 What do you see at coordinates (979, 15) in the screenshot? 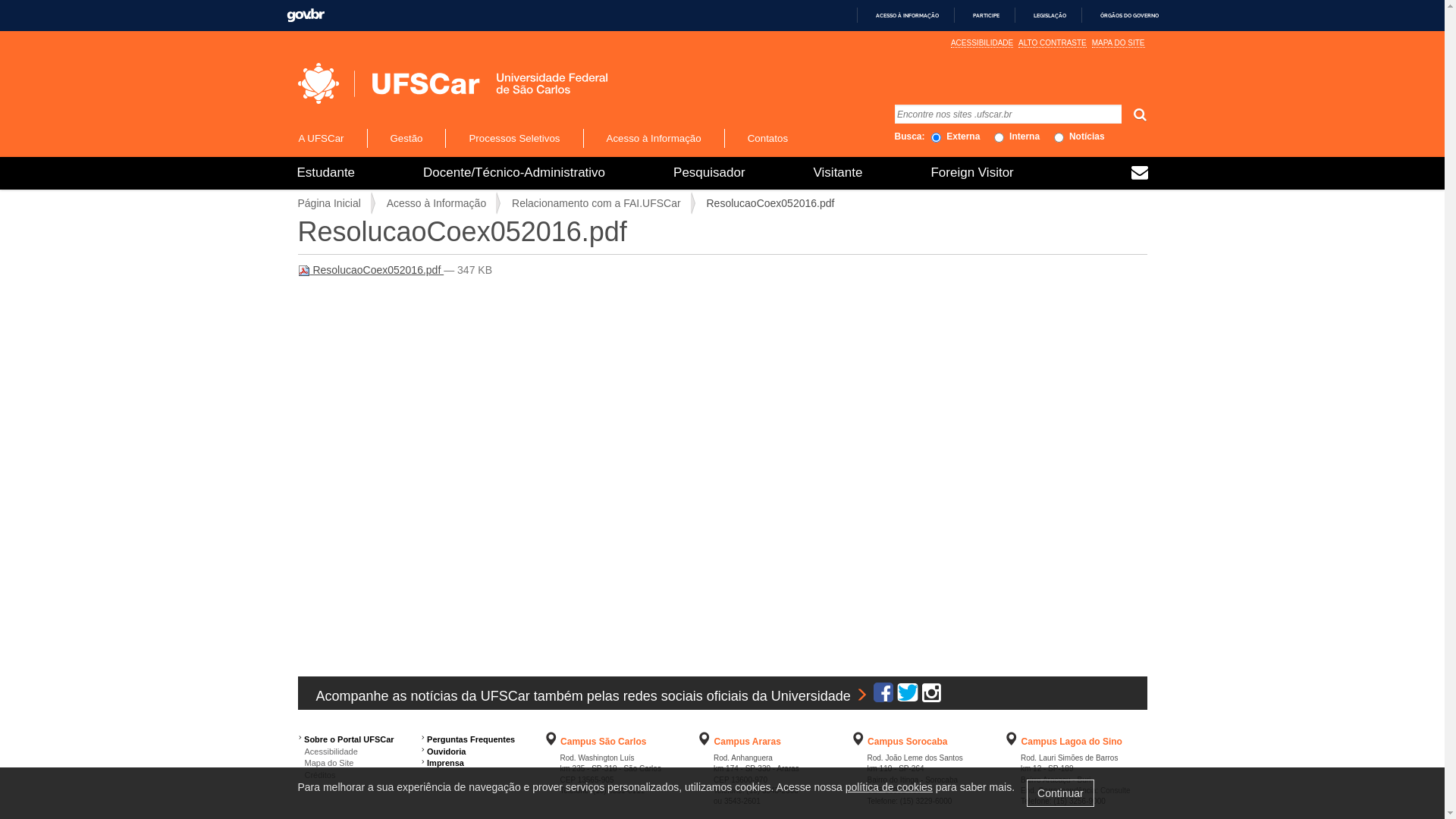
I see `'PARTICIPE'` at bounding box center [979, 15].